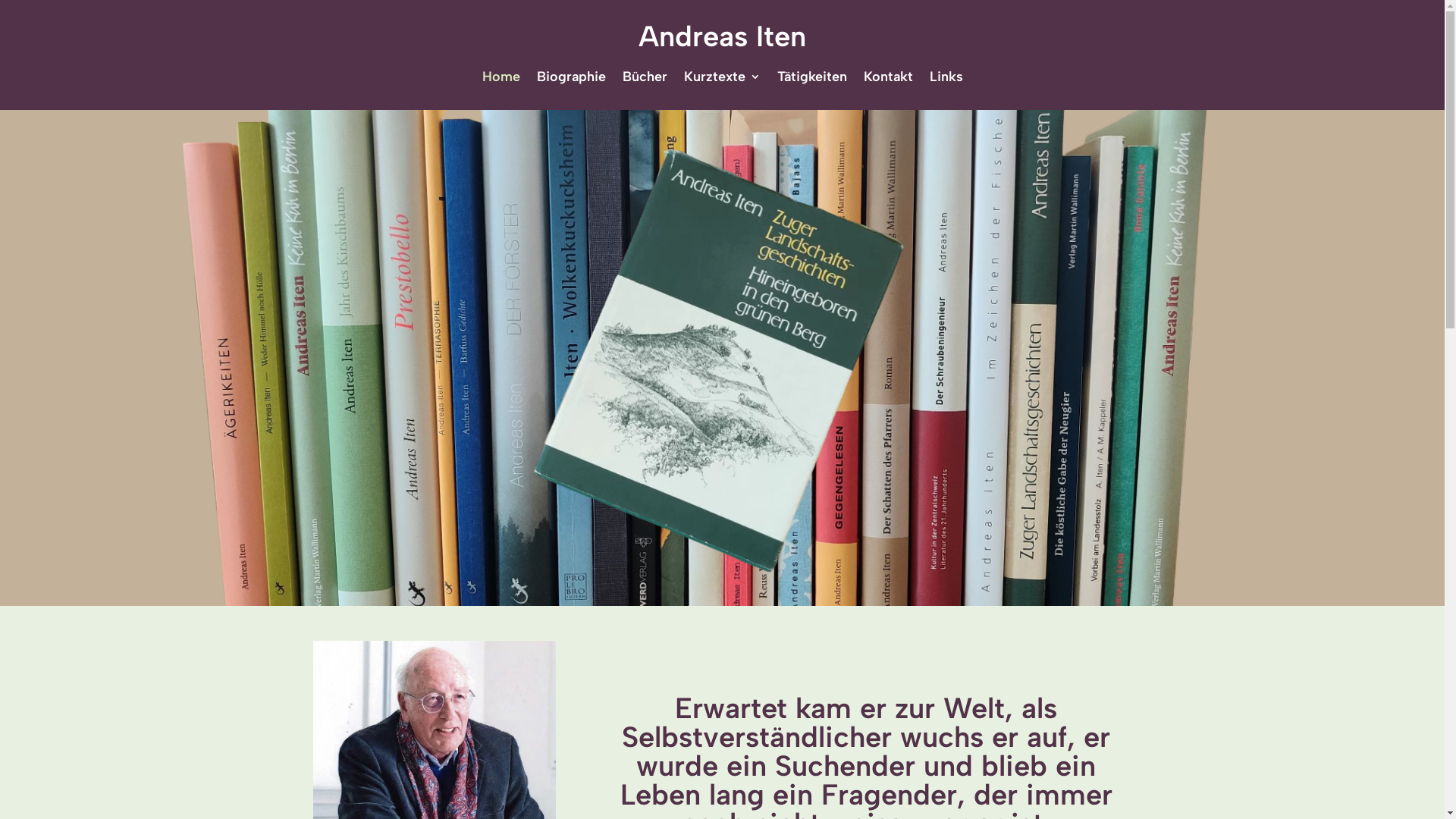  I want to click on 'Kurztexte', so click(683, 79).